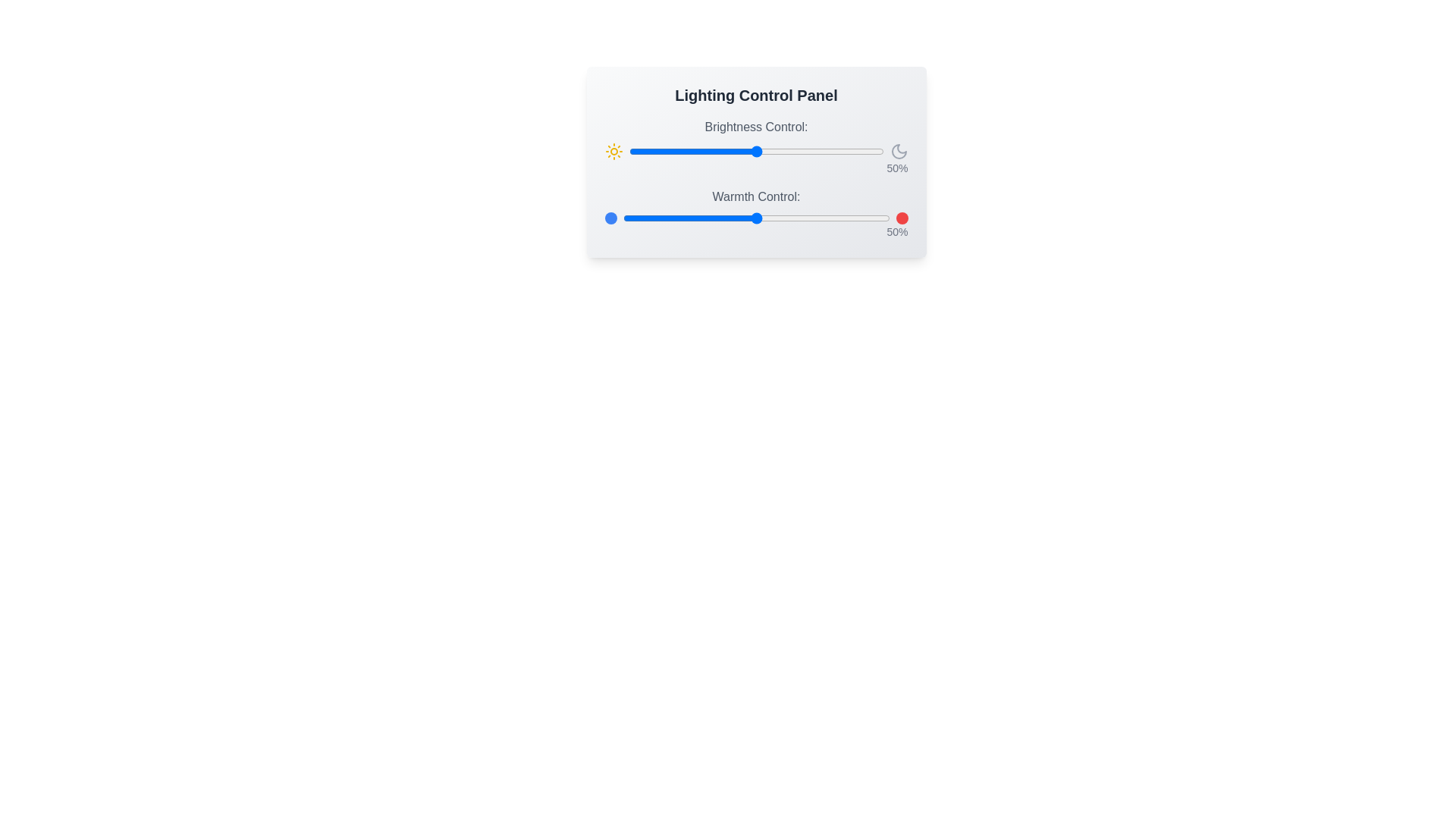  I want to click on brightness, so click(676, 152).